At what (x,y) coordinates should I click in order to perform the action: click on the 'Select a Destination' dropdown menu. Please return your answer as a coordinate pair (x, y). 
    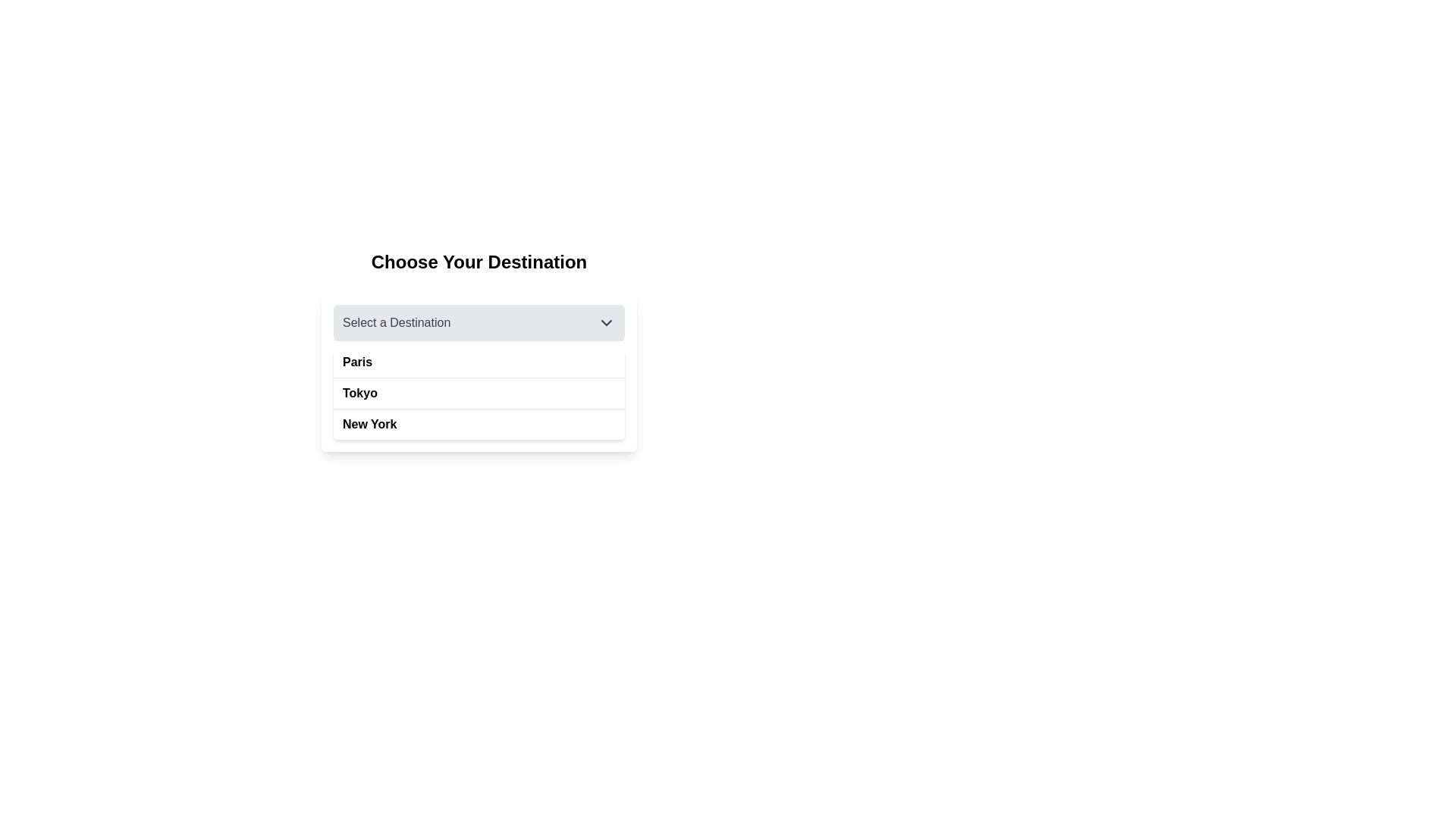
    Looking at the image, I should click on (479, 350).